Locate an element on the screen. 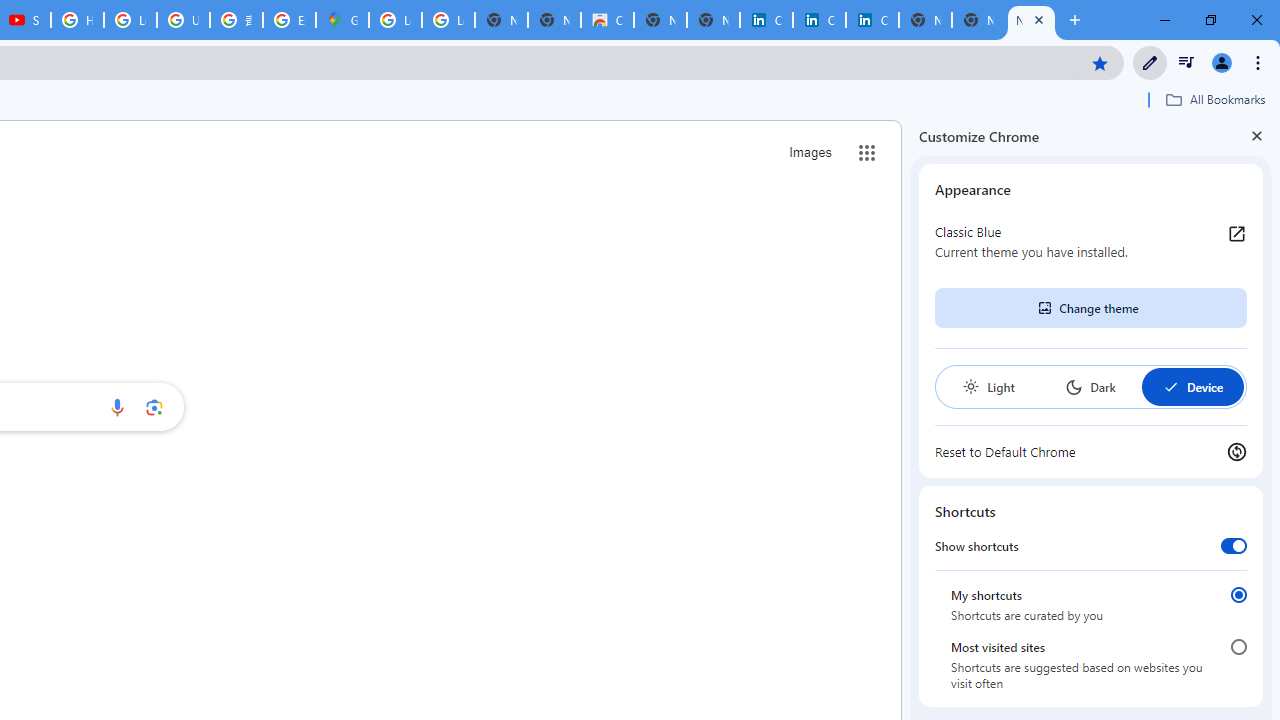 The width and height of the screenshot is (1280, 720). 'Explore new street-level details - Google Maps Help' is located at coordinates (288, 20).